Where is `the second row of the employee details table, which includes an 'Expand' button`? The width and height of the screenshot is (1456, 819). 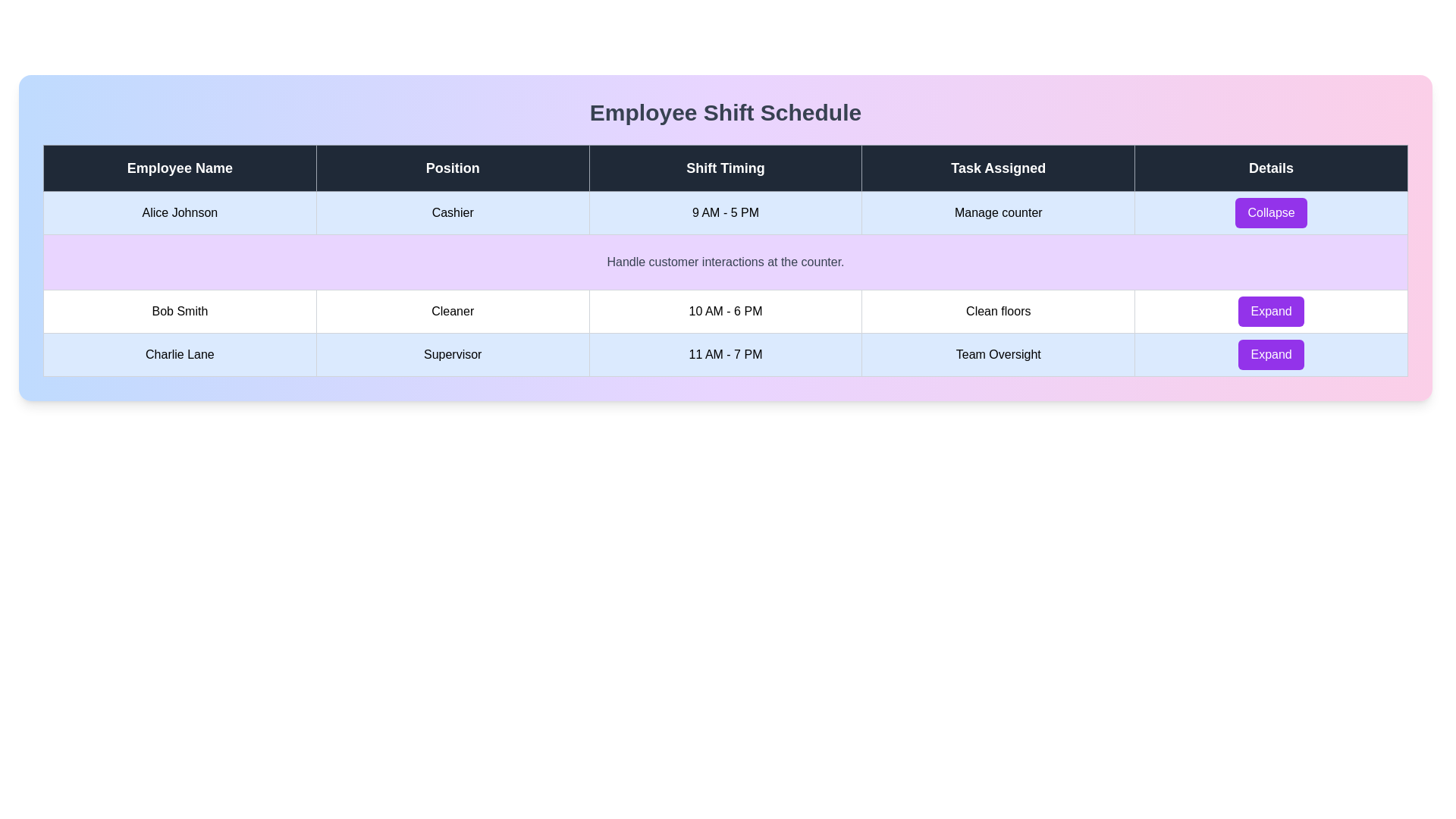
the second row of the employee details table, which includes an 'Expand' button is located at coordinates (724, 311).